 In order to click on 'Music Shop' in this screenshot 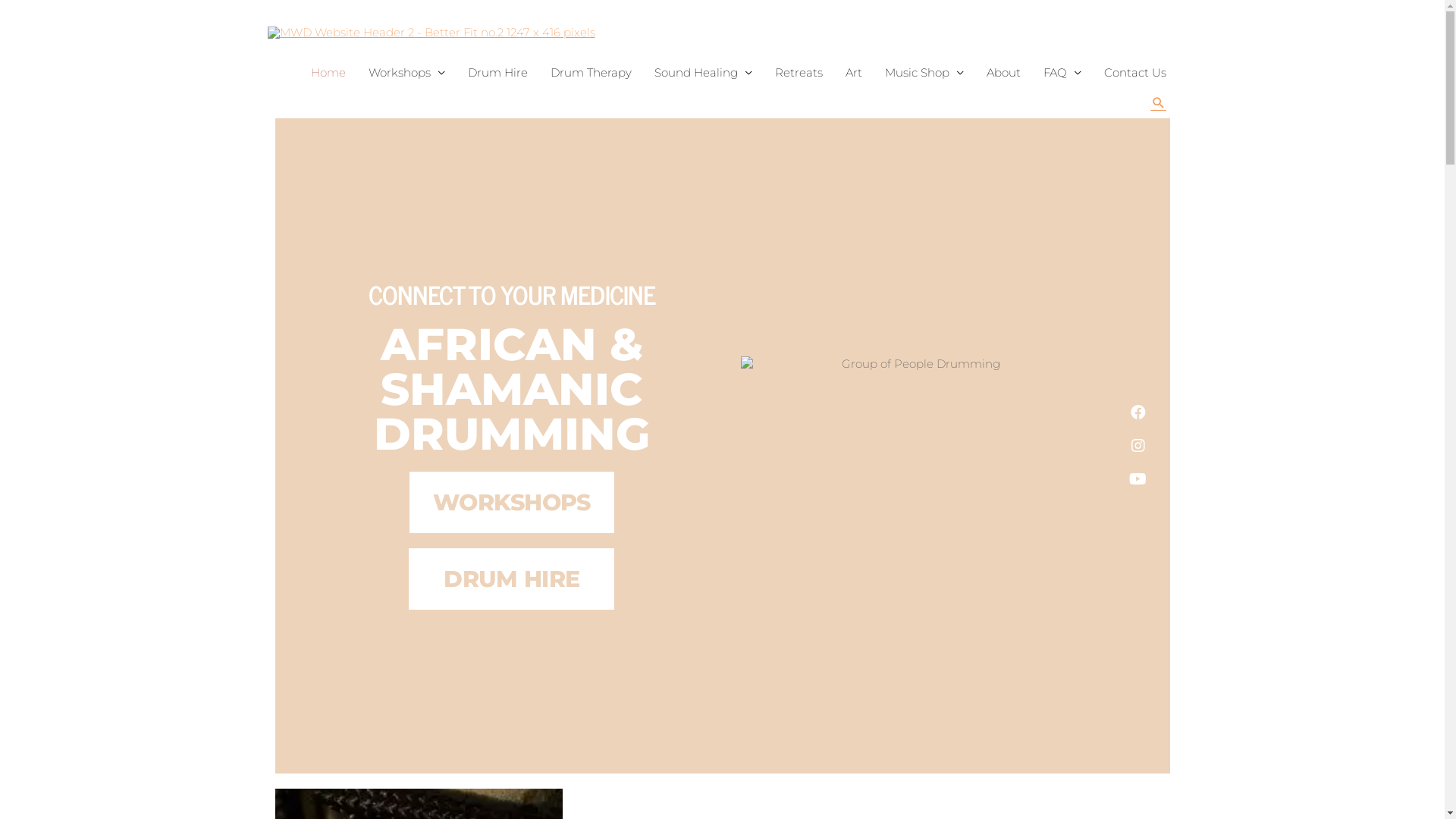, I will do `click(924, 73)`.